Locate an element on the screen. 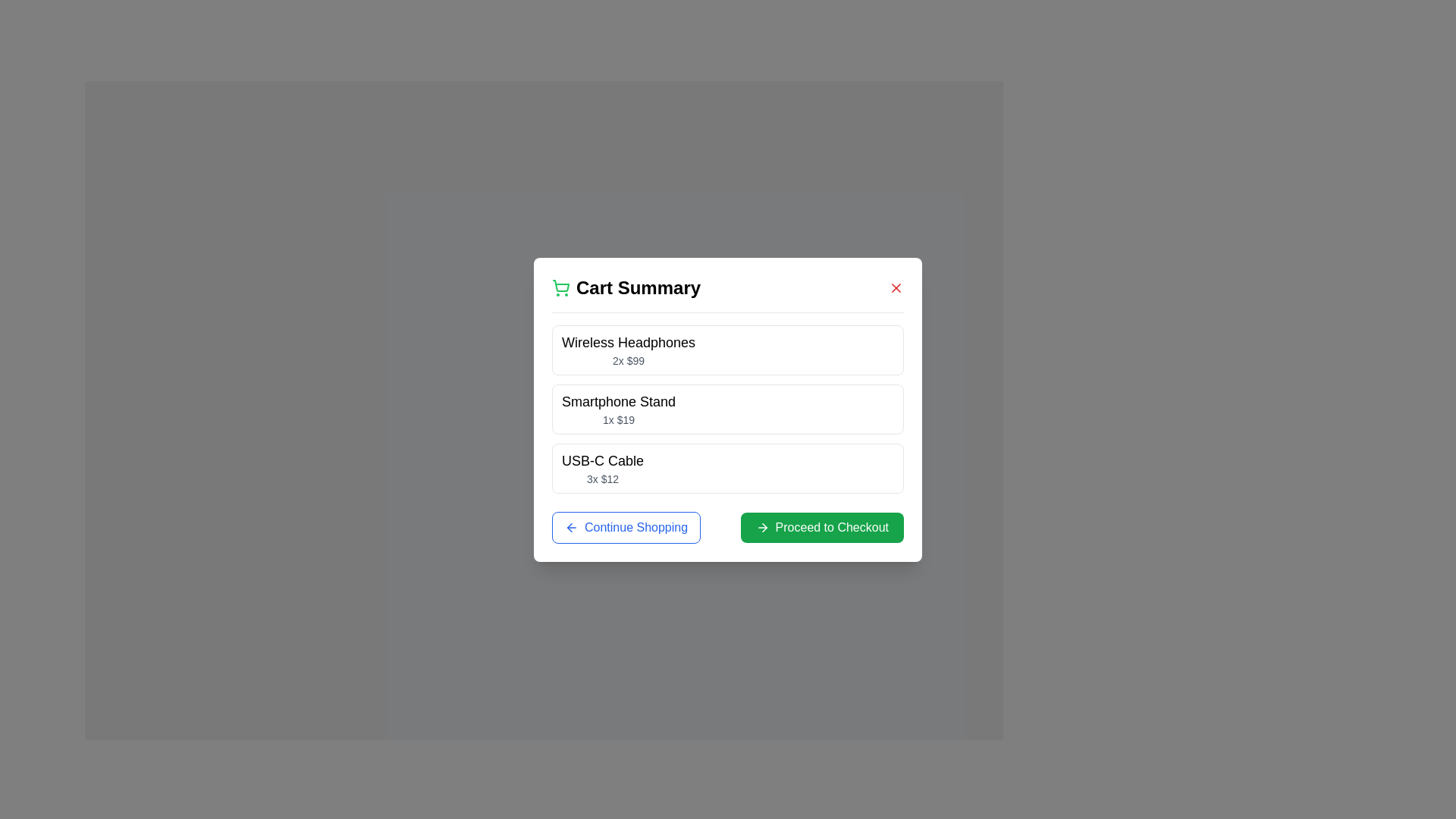 The width and height of the screenshot is (1456, 819). the 'Wireless Headphones' text display in the 'Cart Summary' section, which shows the product's name, quantity, and price is located at coordinates (629, 350).